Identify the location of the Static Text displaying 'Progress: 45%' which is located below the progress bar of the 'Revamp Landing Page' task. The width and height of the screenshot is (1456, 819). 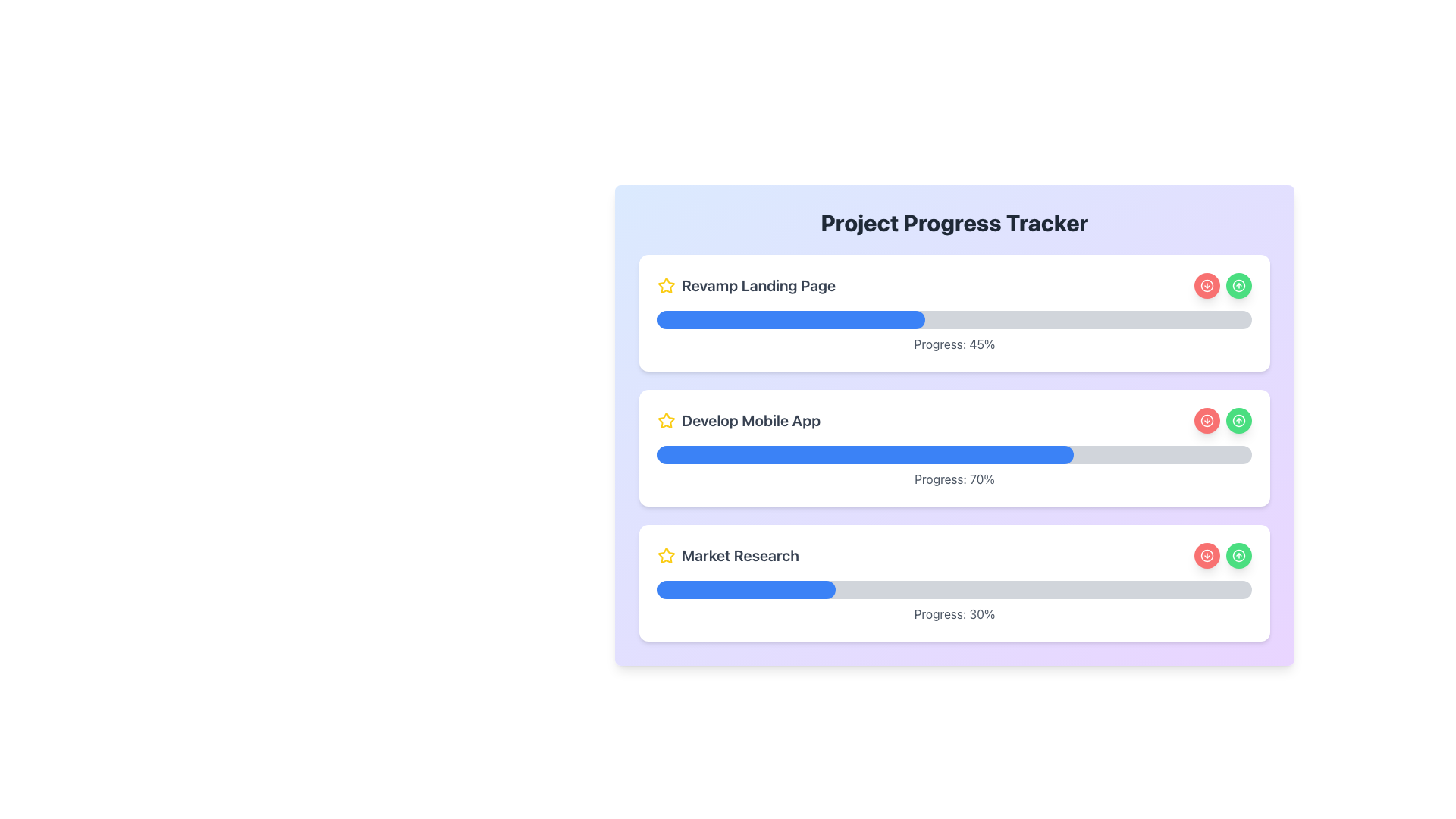
(953, 344).